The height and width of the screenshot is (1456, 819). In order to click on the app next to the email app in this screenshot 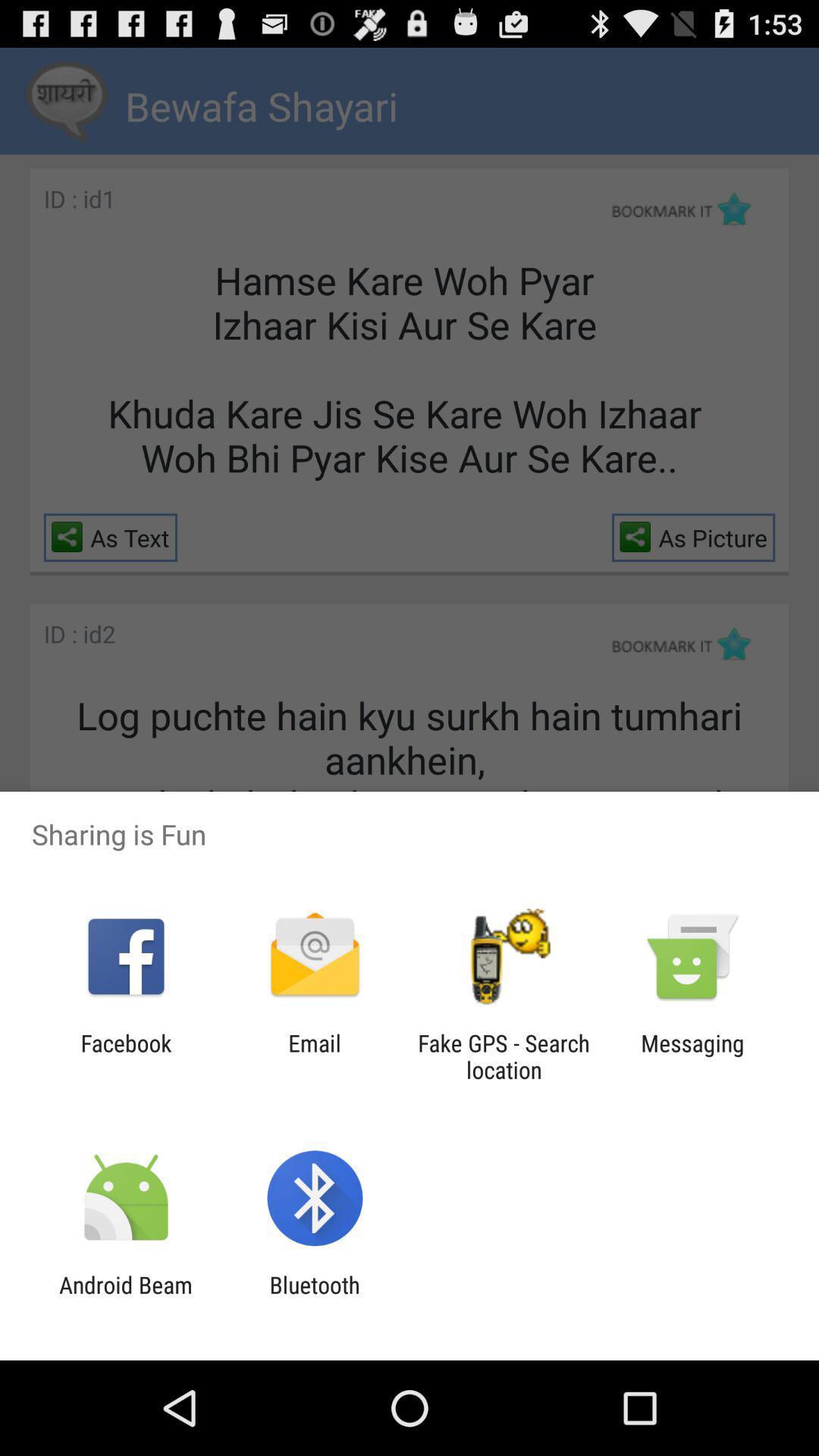, I will do `click(504, 1056)`.